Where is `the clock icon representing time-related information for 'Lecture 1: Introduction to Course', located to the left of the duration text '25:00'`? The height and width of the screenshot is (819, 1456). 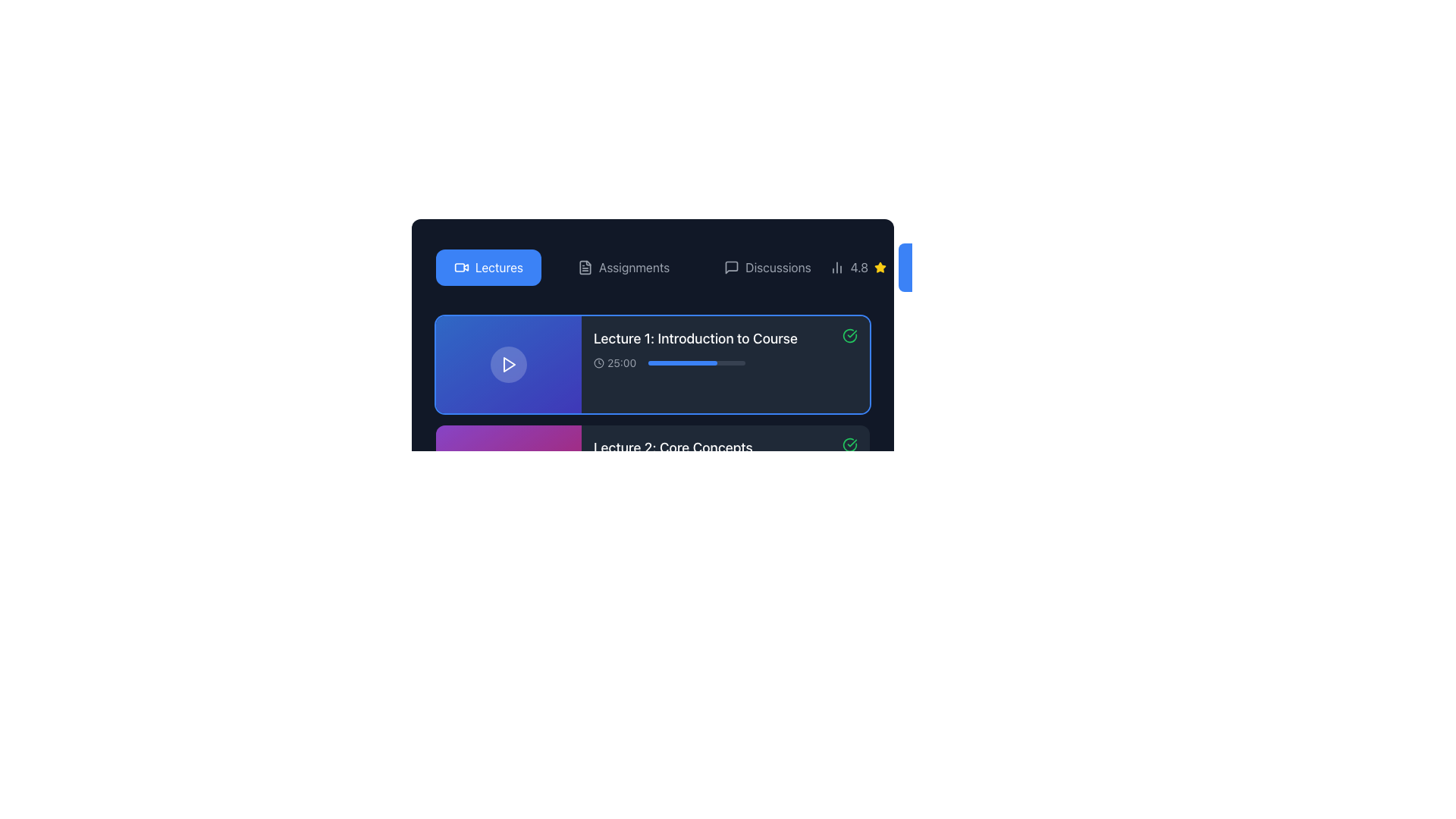 the clock icon representing time-related information for 'Lecture 1: Introduction to Course', located to the left of the duration text '25:00' is located at coordinates (598, 362).